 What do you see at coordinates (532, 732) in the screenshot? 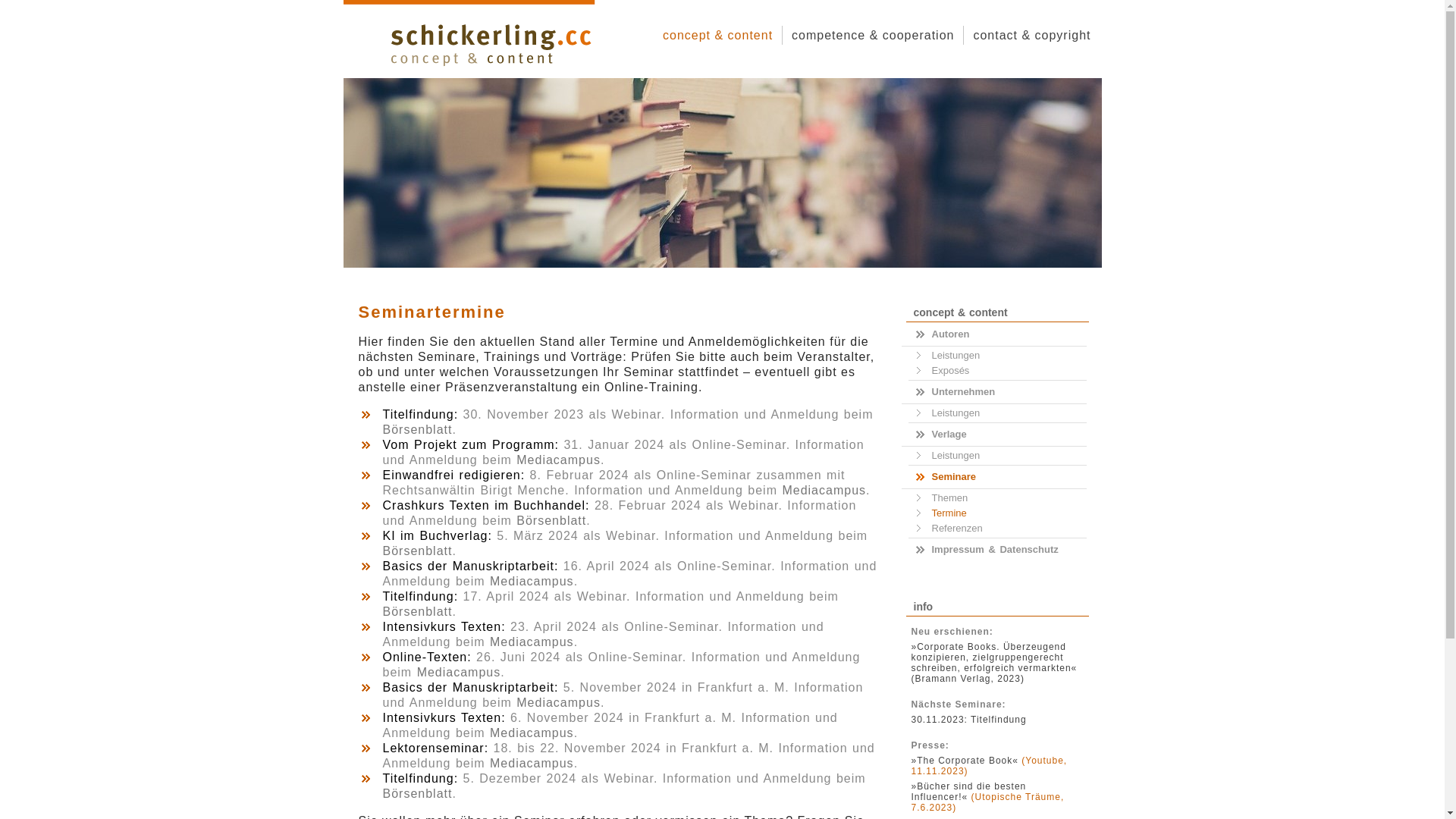
I see `'Mediacampus'` at bounding box center [532, 732].